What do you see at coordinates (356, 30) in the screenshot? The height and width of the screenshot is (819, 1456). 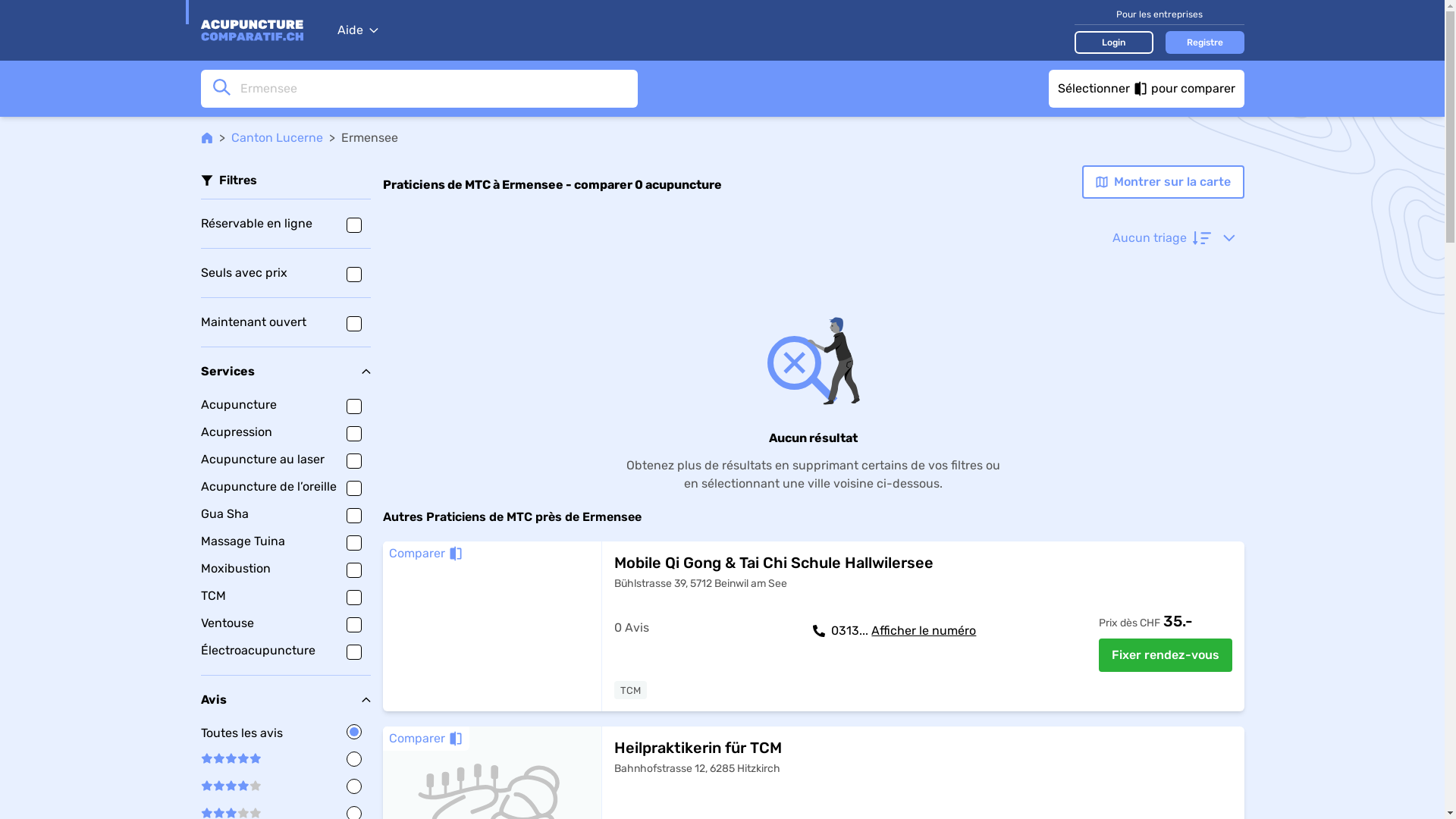 I see `'Aide'` at bounding box center [356, 30].